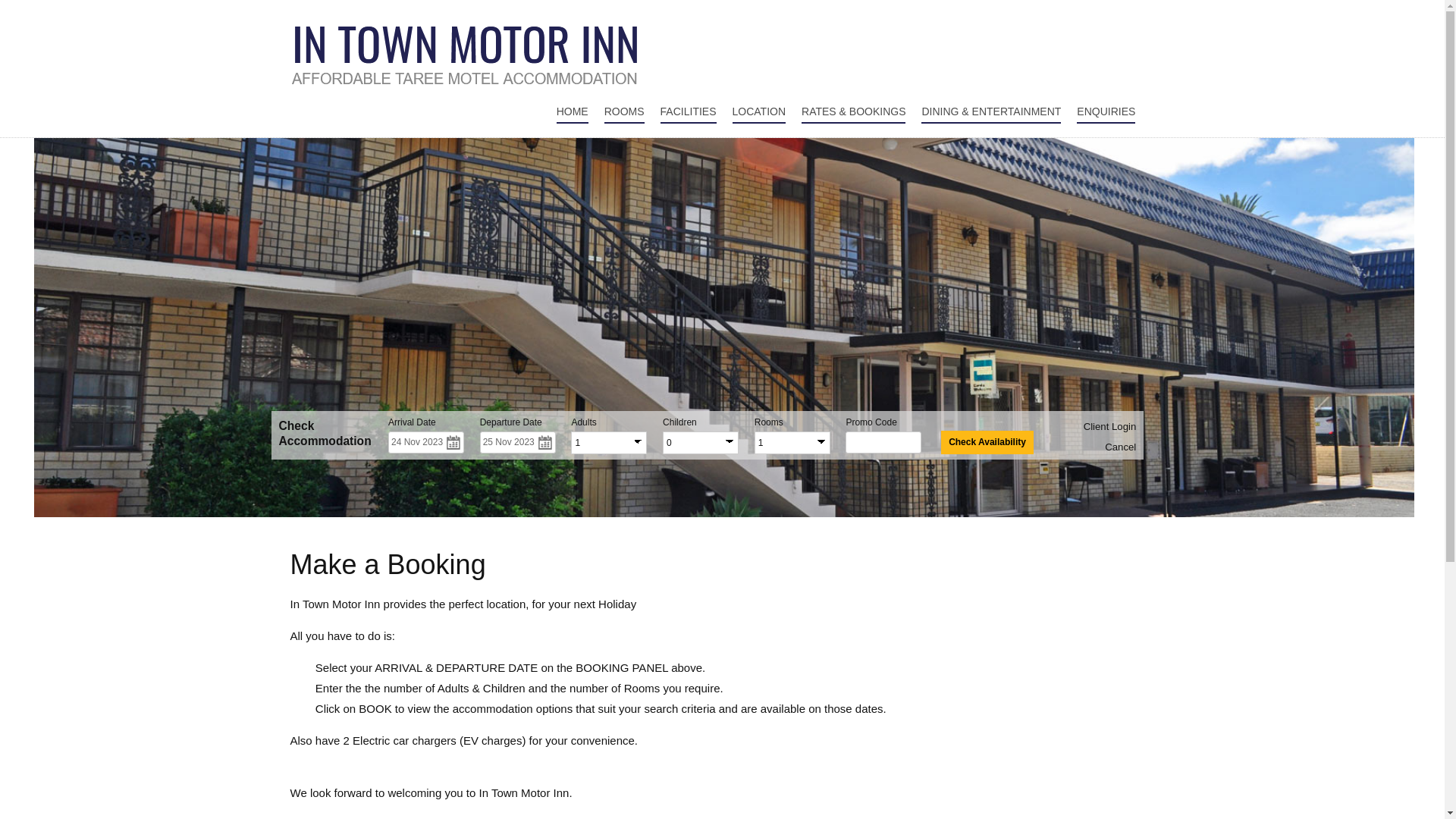 This screenshot has height=819, width=1456. What do you see at coordinates (1120, 446) in the screenshot?
I see `'Cancel'` at bounding box center [1120, 446].